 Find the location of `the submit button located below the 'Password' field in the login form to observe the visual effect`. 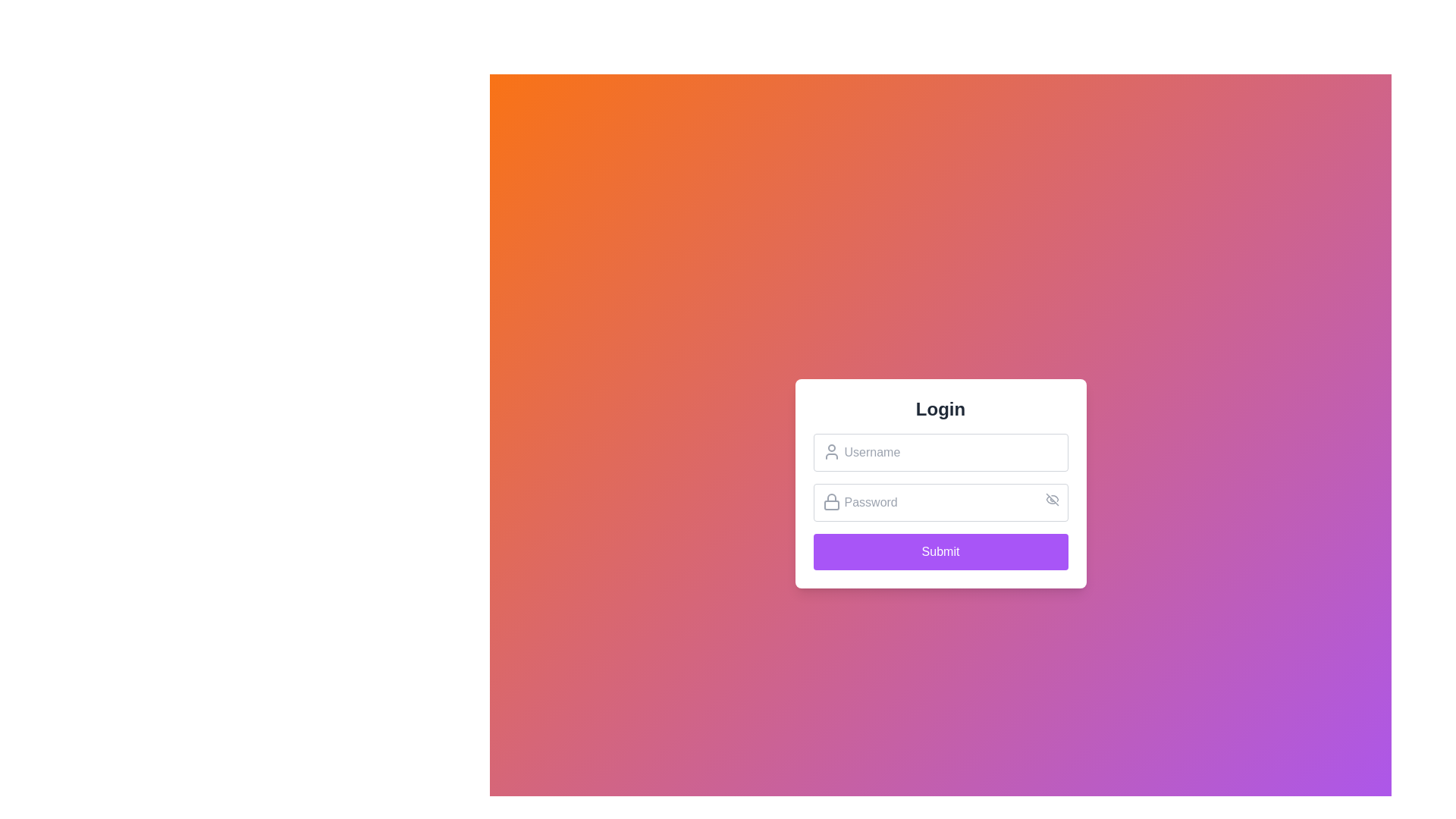

the submit button located below the 'Password' field in the login form to observe the visual effect is located at coordinates (940, 552).